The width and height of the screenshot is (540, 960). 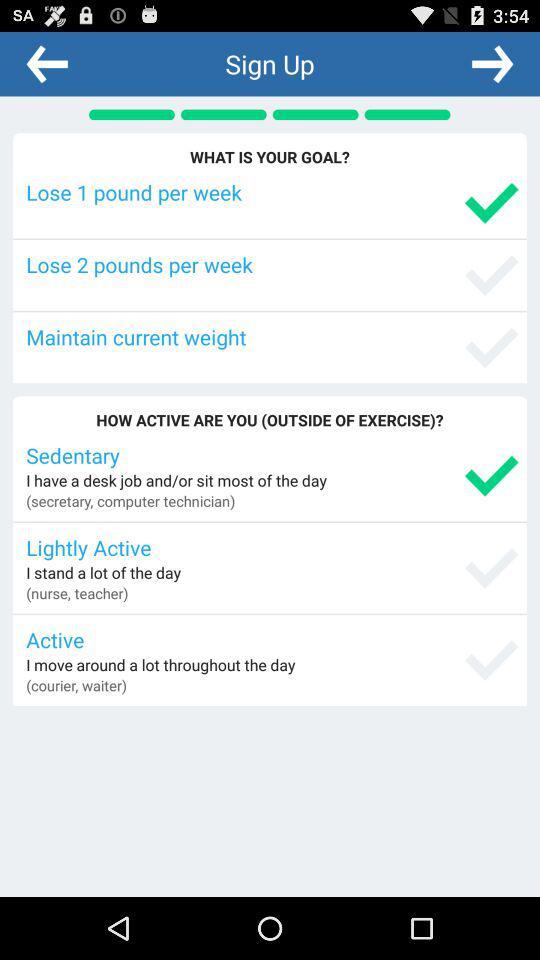 I want to click on previous, so click(x=47, y=63).